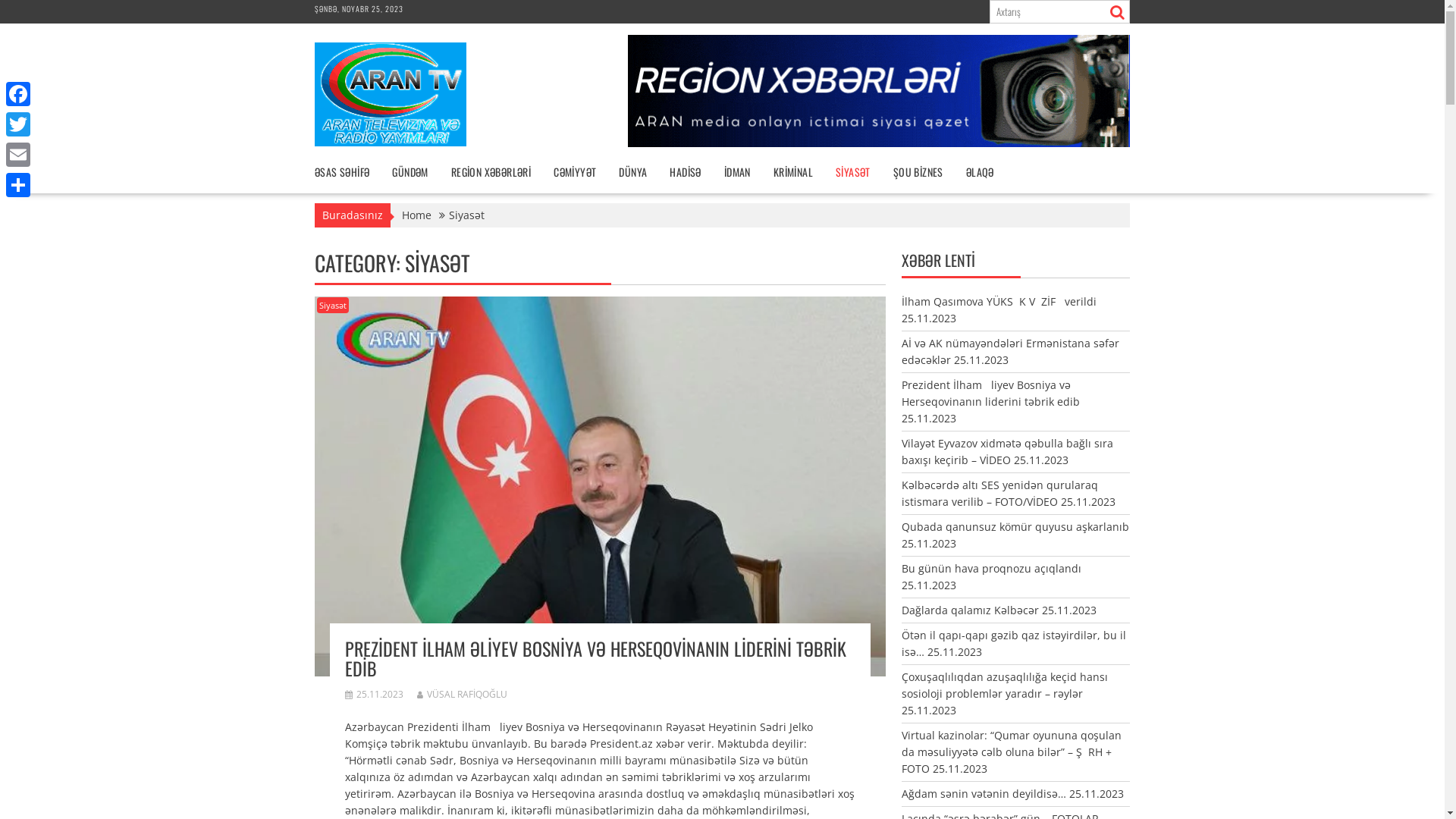  I want to click on 'Share', so click(3, 184).